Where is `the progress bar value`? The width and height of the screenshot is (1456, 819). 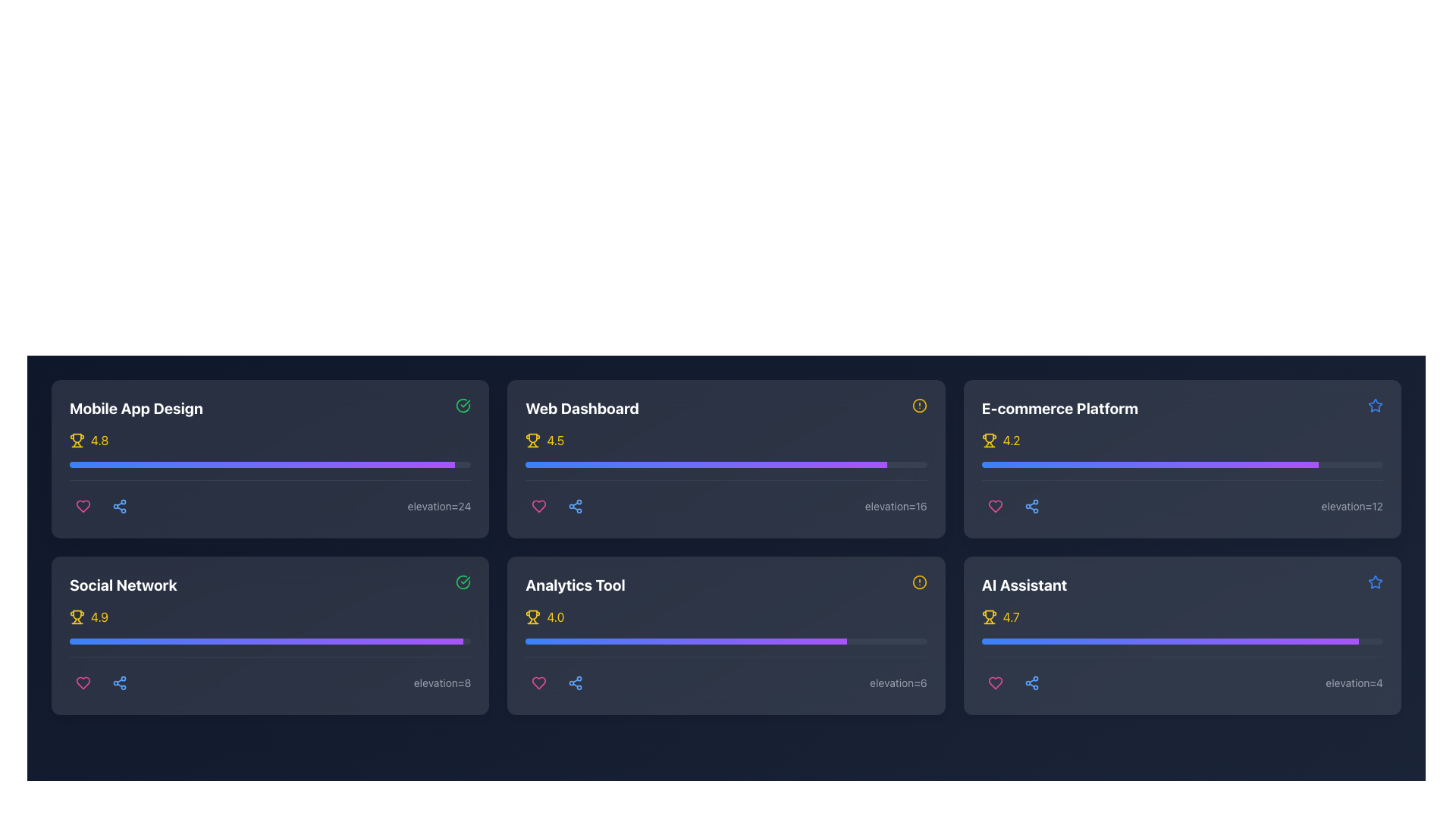 the progress bar value is located at coordinates (1179, 464).